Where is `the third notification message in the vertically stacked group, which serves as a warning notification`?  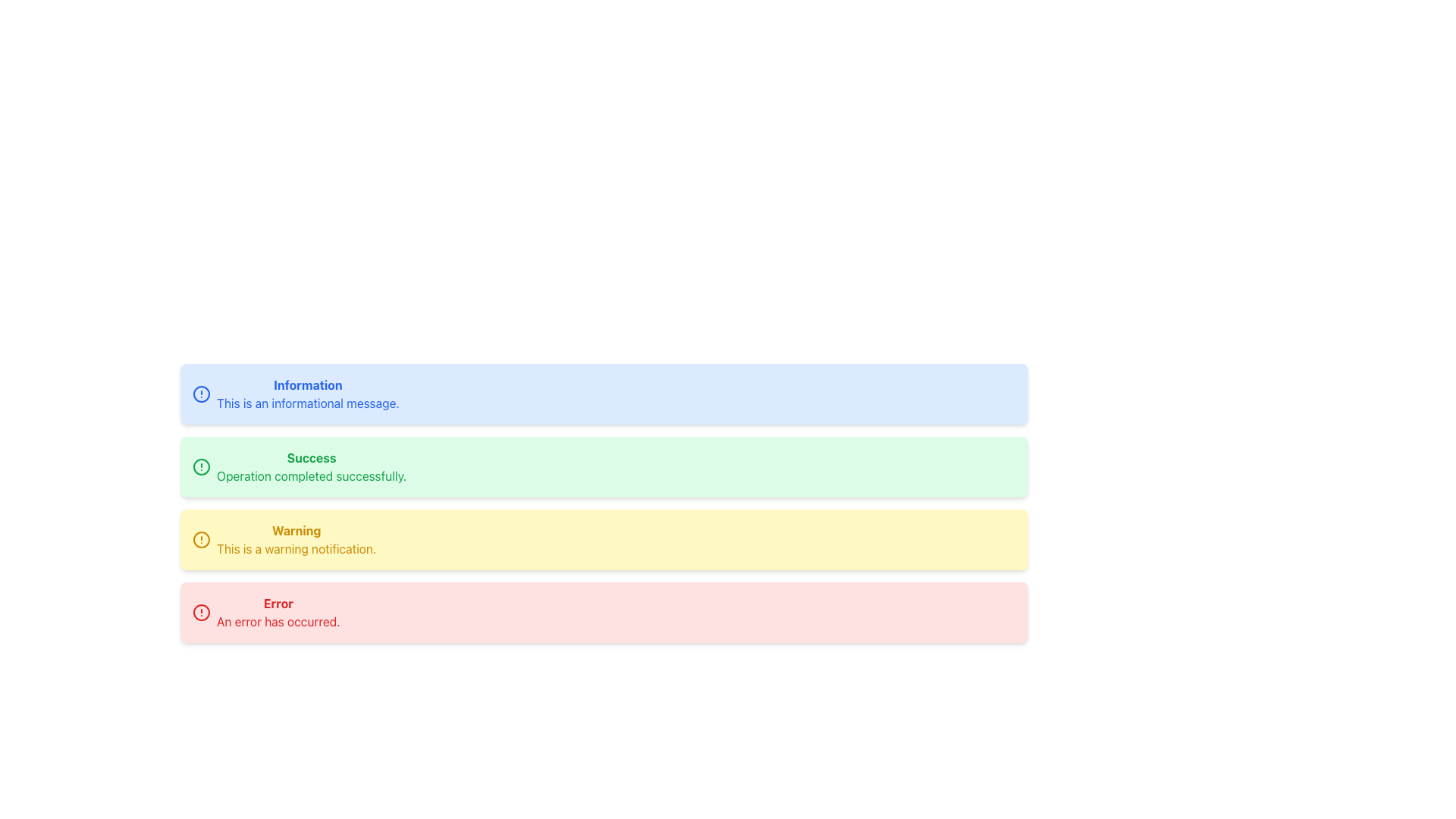 the third notification message in the vertically stacked group, which serves as a warning notification is located at coordinates (603, 539).